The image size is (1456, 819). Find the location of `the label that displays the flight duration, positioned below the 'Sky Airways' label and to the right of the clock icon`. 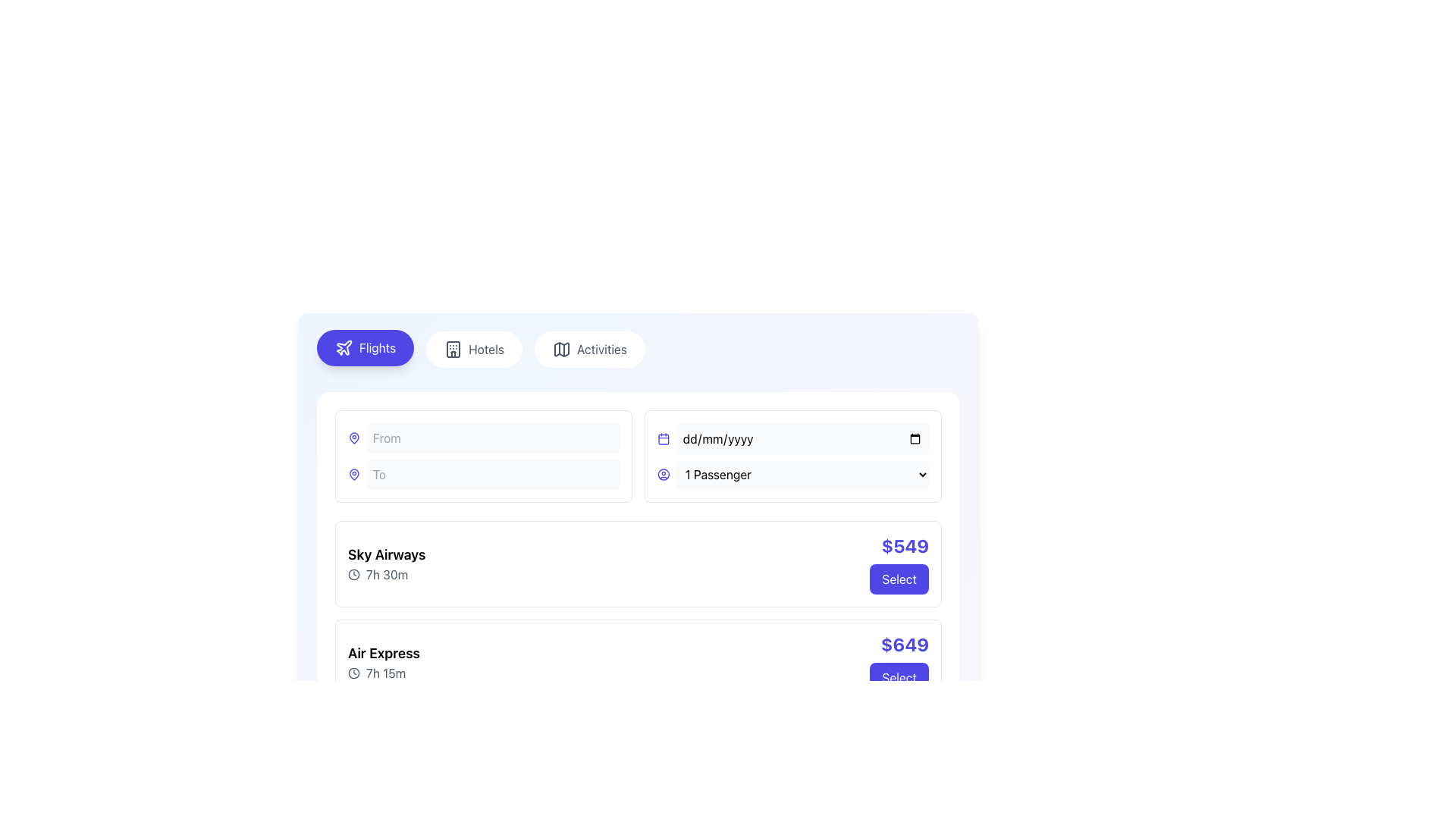

the label that displays the flight duration, positioned below the 'Sky Airways' label and to the right of the clock icon is located at coordinates (387, 575).